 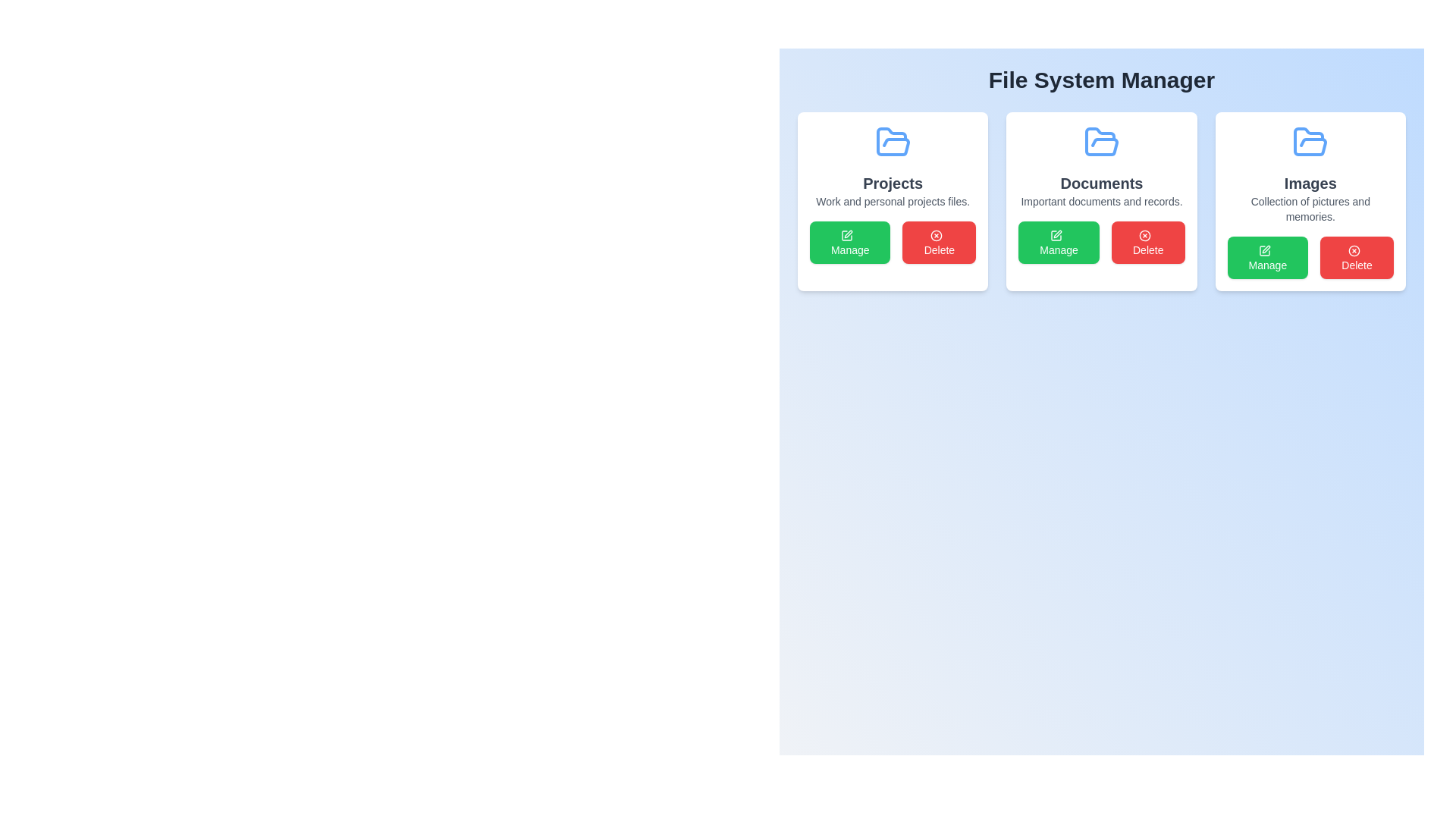 I want to click on the icon indicating the purpose of the 'Delete' button, which is positioned to the left of the 'Delete' text below the 'Documents' section, so click(x=1354, y=250).